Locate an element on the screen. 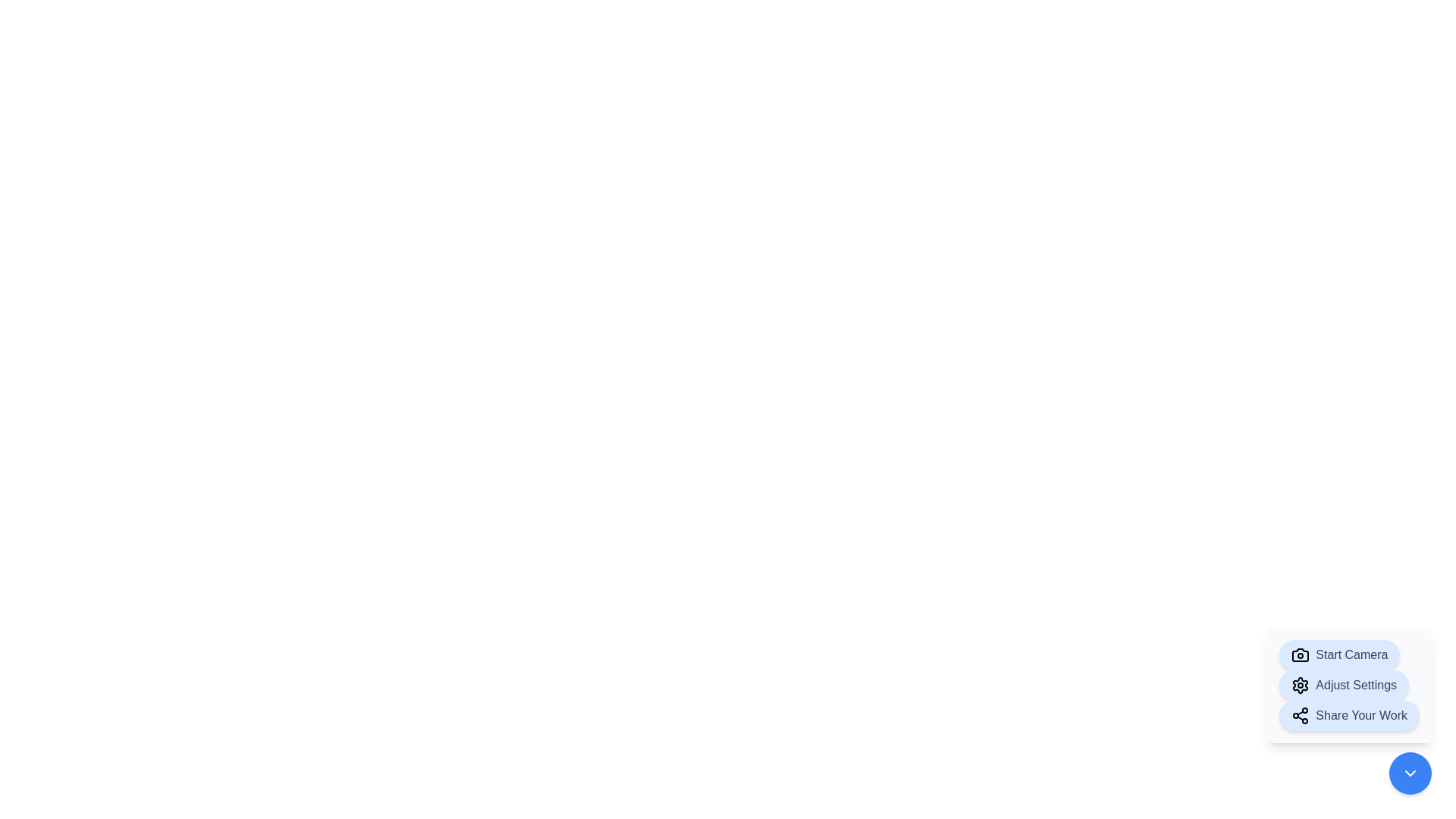 The width and height of the screenshot is (1456, 819). the three-pointed share symbol icon located at the beginning of the 'Share Your Work' button is located at coordinates (1300, 716).